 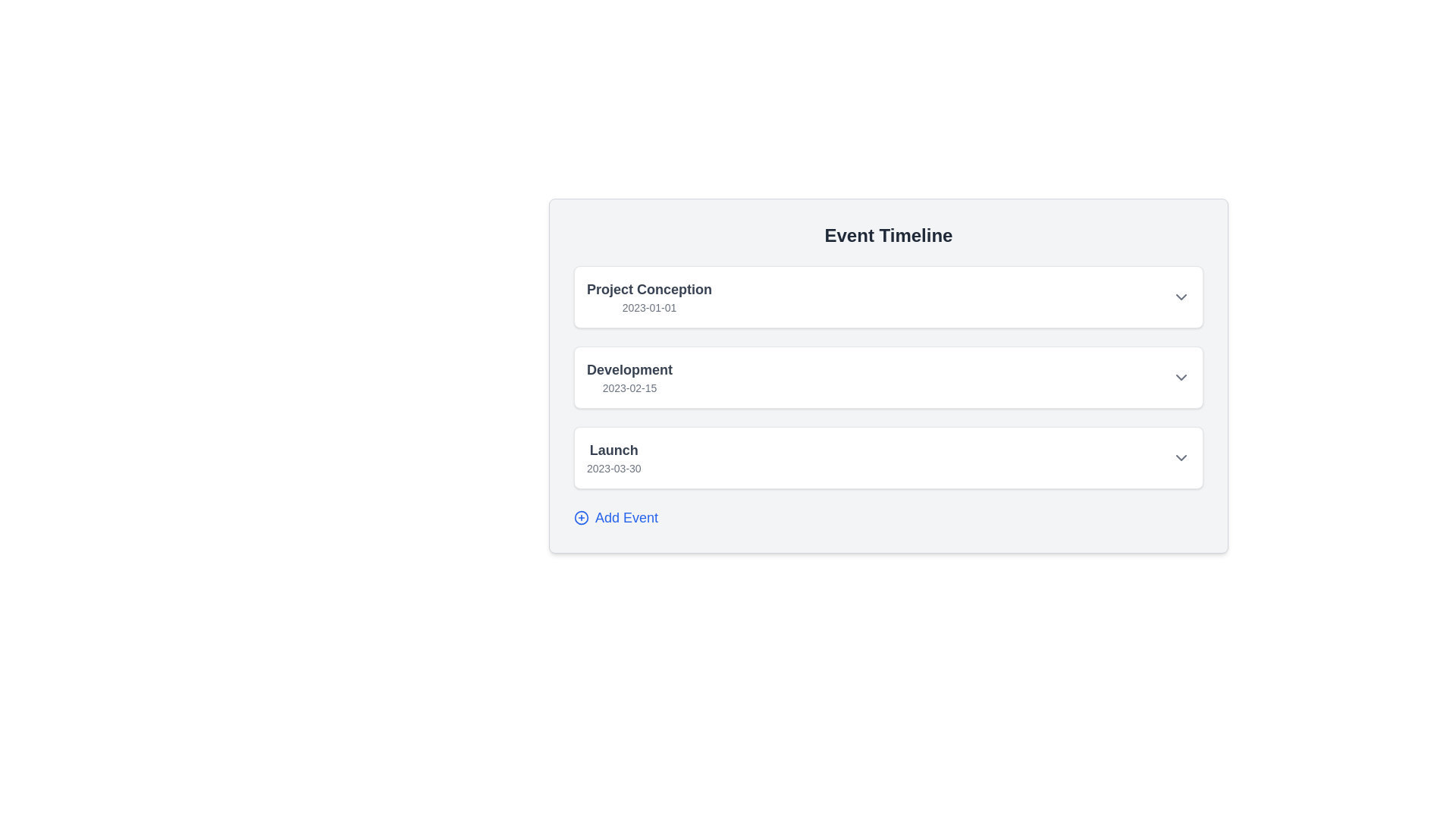 I want to click on the Text Label that serves as the title for the second timeline entry under the 'Event Timeline' section, so click(x=629, y=370).